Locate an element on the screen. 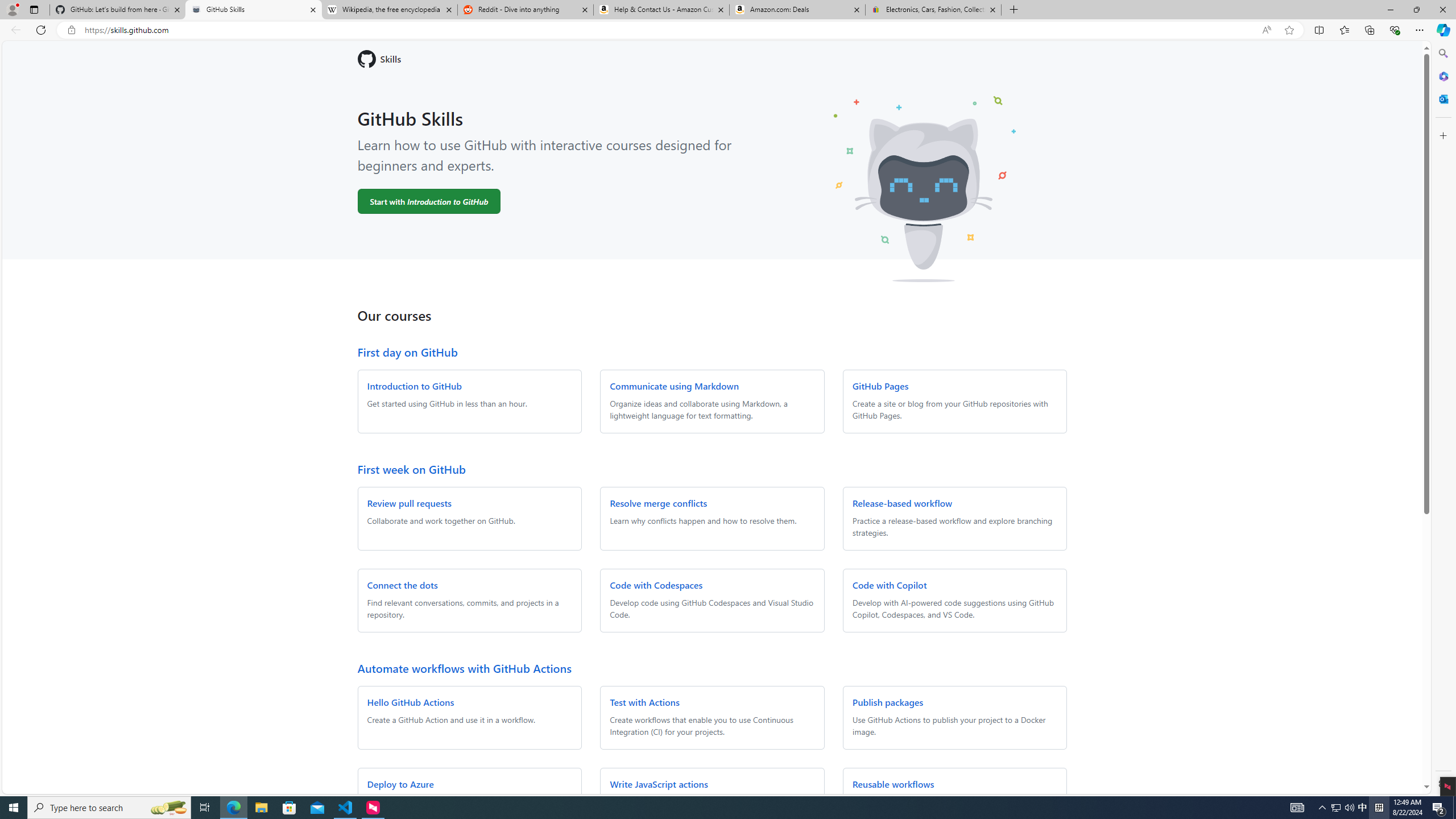  'Write JavaScript actions' is located at coordinates (658, 784).